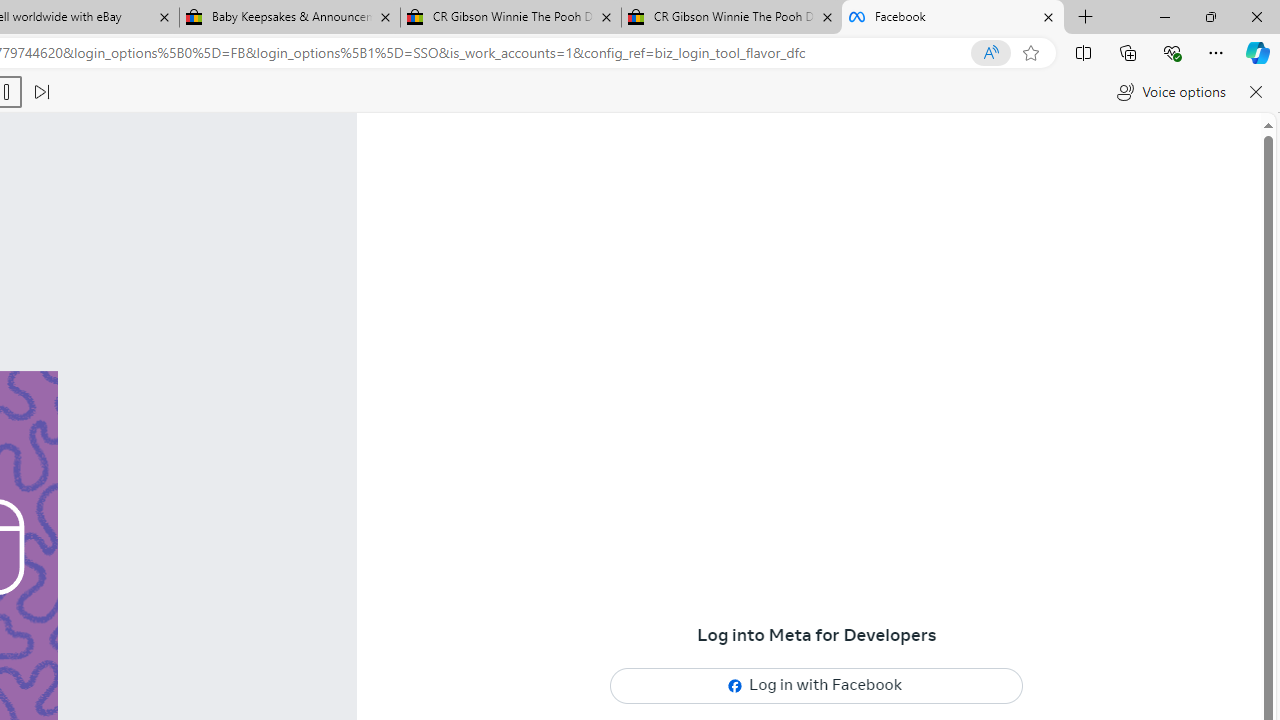 This screenshot has height=720, width=1280. Describe the element at coordinates (817, 684) in the screenshot. I see `'Log in with Facebook'` at that location.